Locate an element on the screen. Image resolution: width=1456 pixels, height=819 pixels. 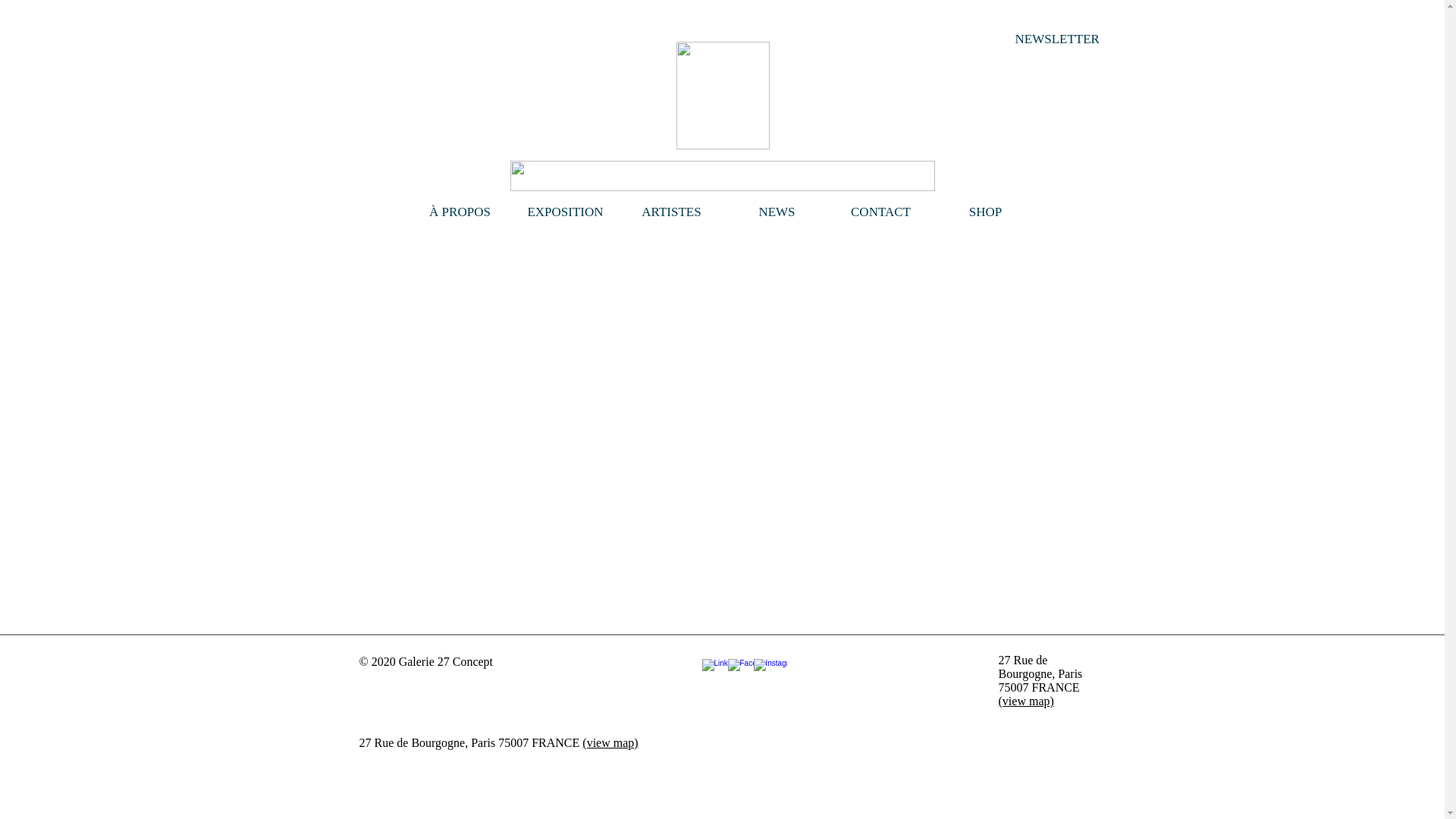
'SHOP' is located at coordinates (986, 212).